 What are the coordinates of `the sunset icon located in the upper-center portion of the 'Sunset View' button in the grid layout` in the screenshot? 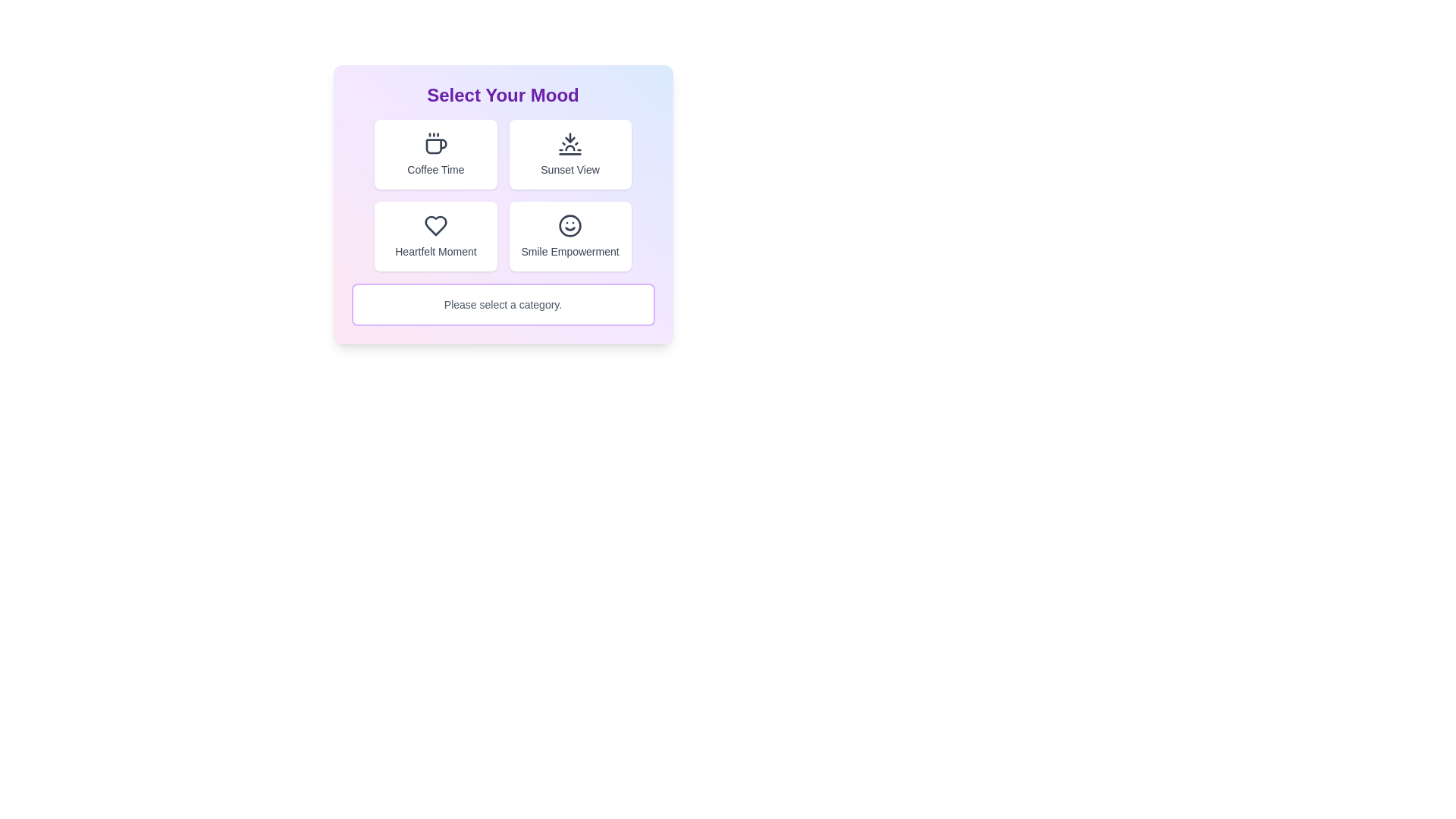 It's located at (570, 143).